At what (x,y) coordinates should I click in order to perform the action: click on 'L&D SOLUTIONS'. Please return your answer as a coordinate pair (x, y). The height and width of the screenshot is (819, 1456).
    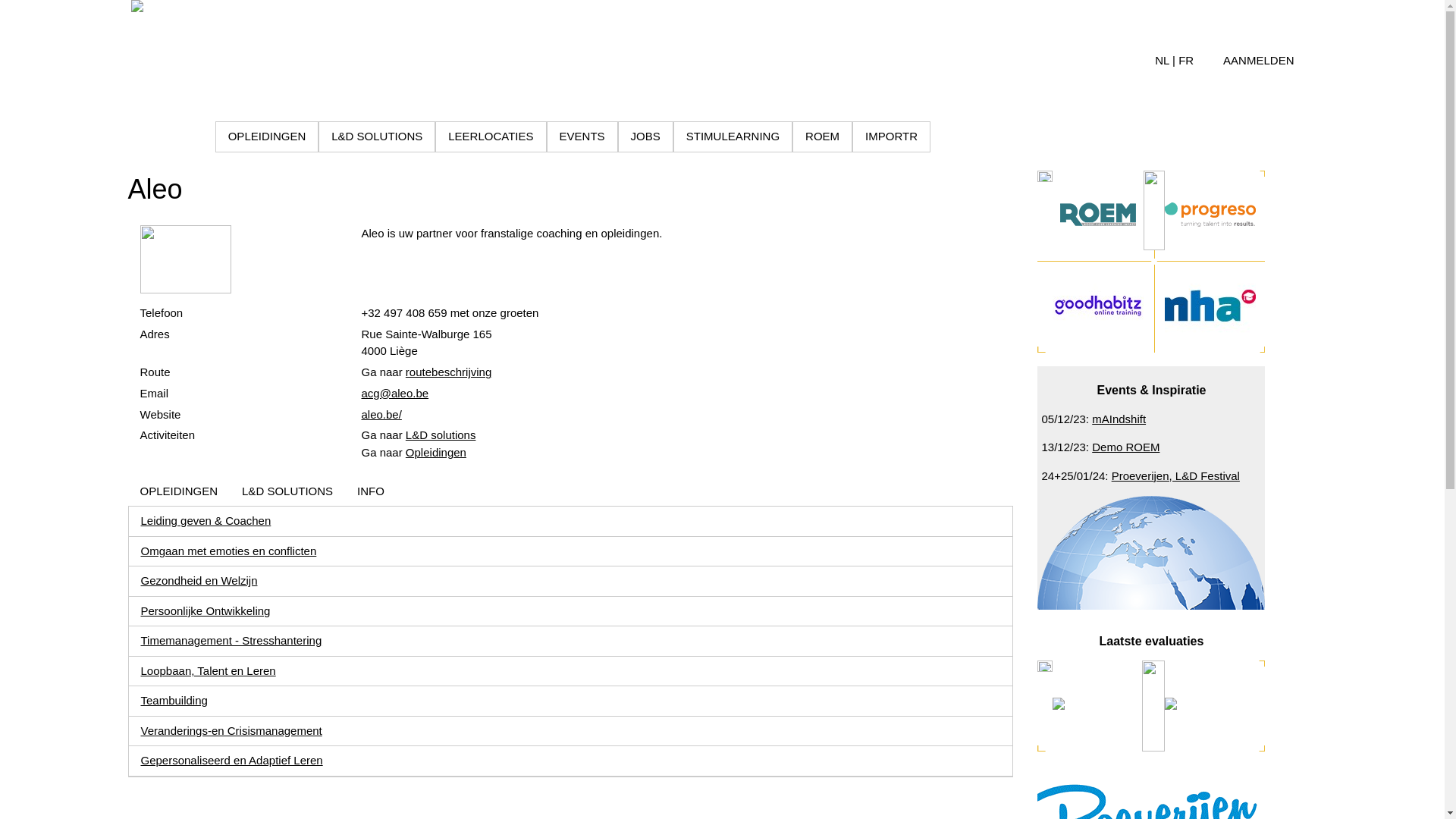
    Looking at the image, I should click on (287, 491).